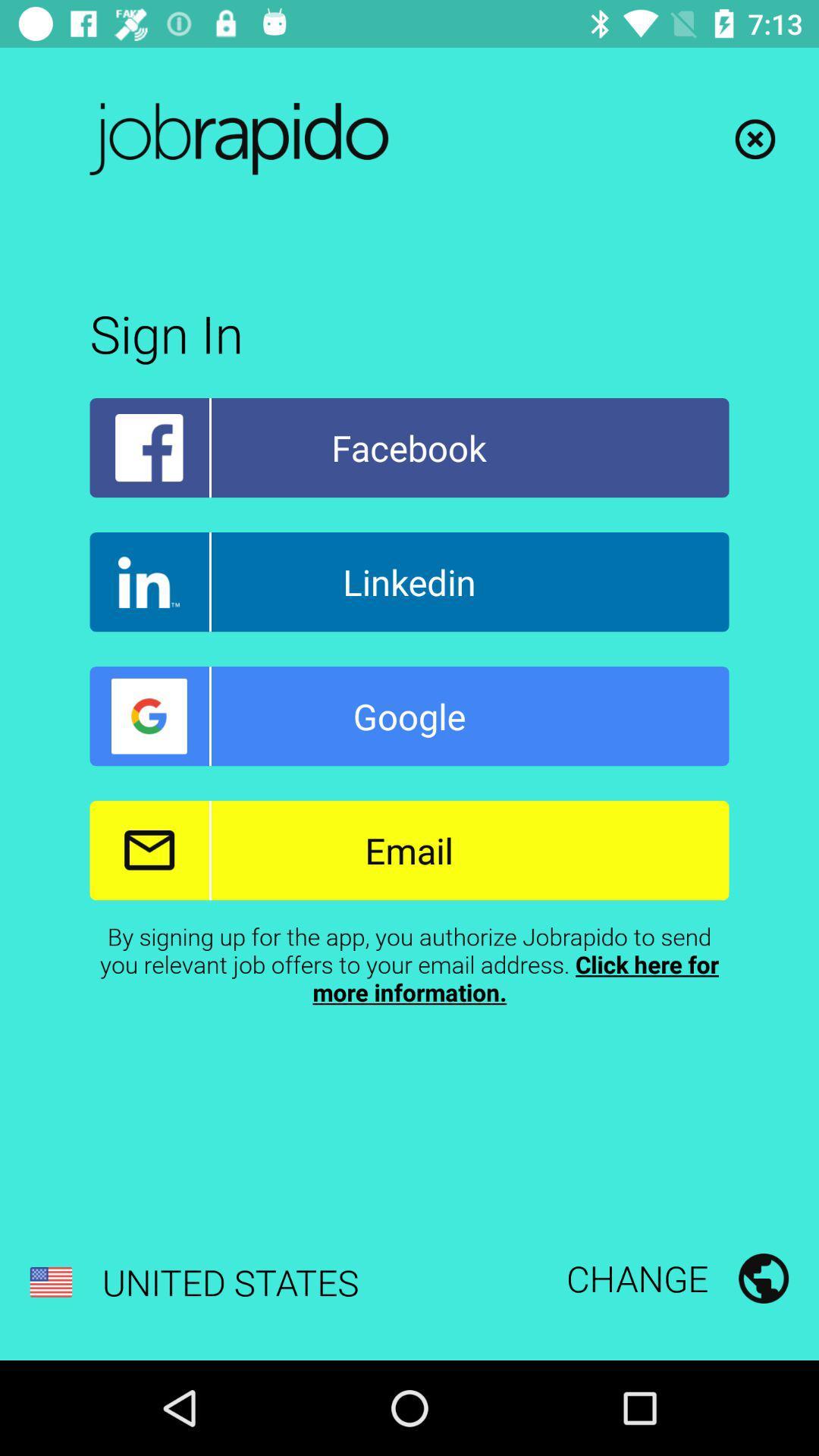 The width and height of the screenshot is (819, 1456). I want to click on united states at the bottom left corner, so click(193, 1282).